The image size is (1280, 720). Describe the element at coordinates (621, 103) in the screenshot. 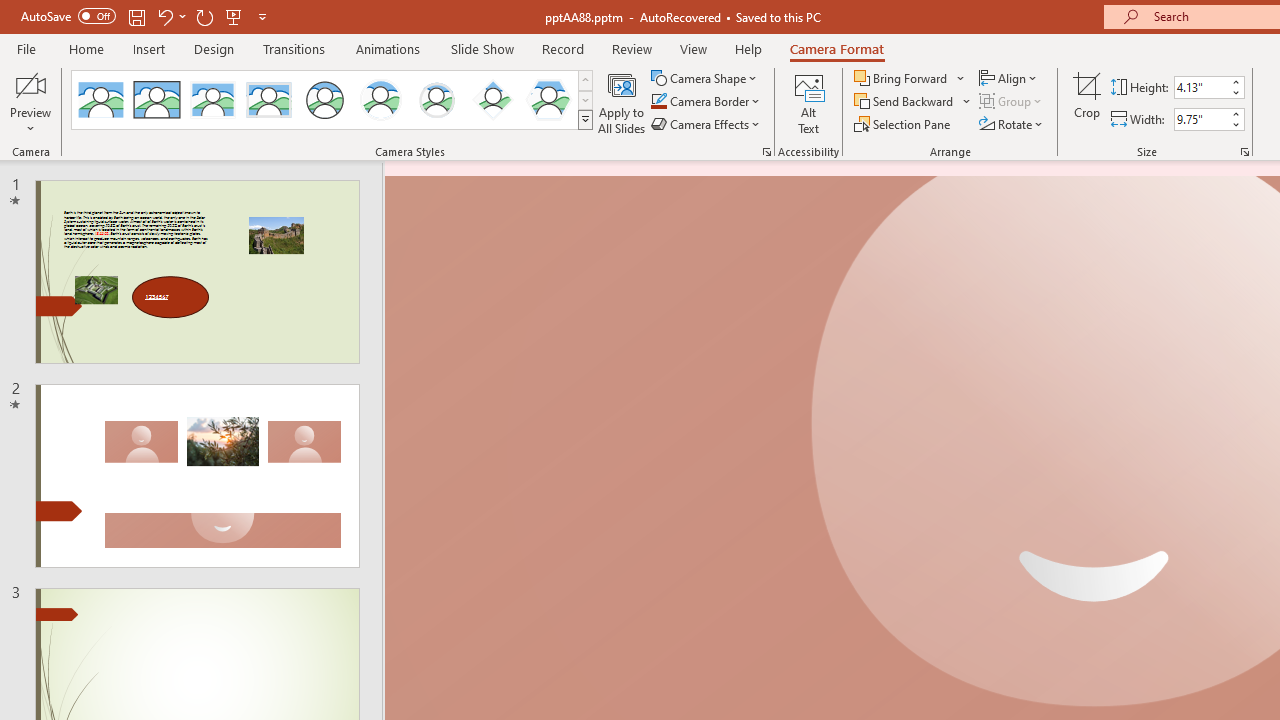

I see `'Apply to All Slides'` at that location.